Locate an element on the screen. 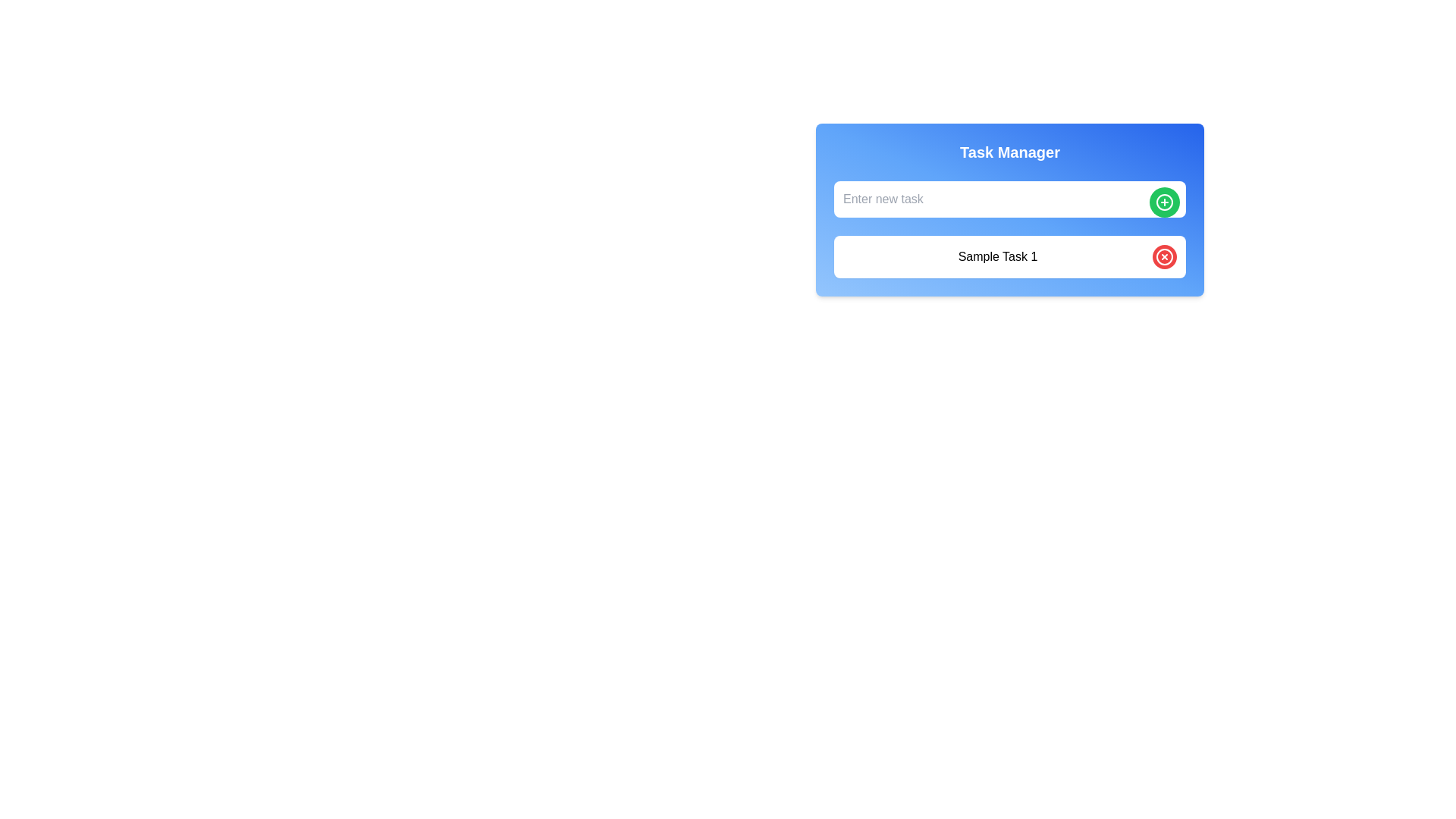 Image resolution: width=1456 pixels, height=819 pixels. the task item labeled 'Sample Task 1' in the task manager is located at coordinates (997, 256).